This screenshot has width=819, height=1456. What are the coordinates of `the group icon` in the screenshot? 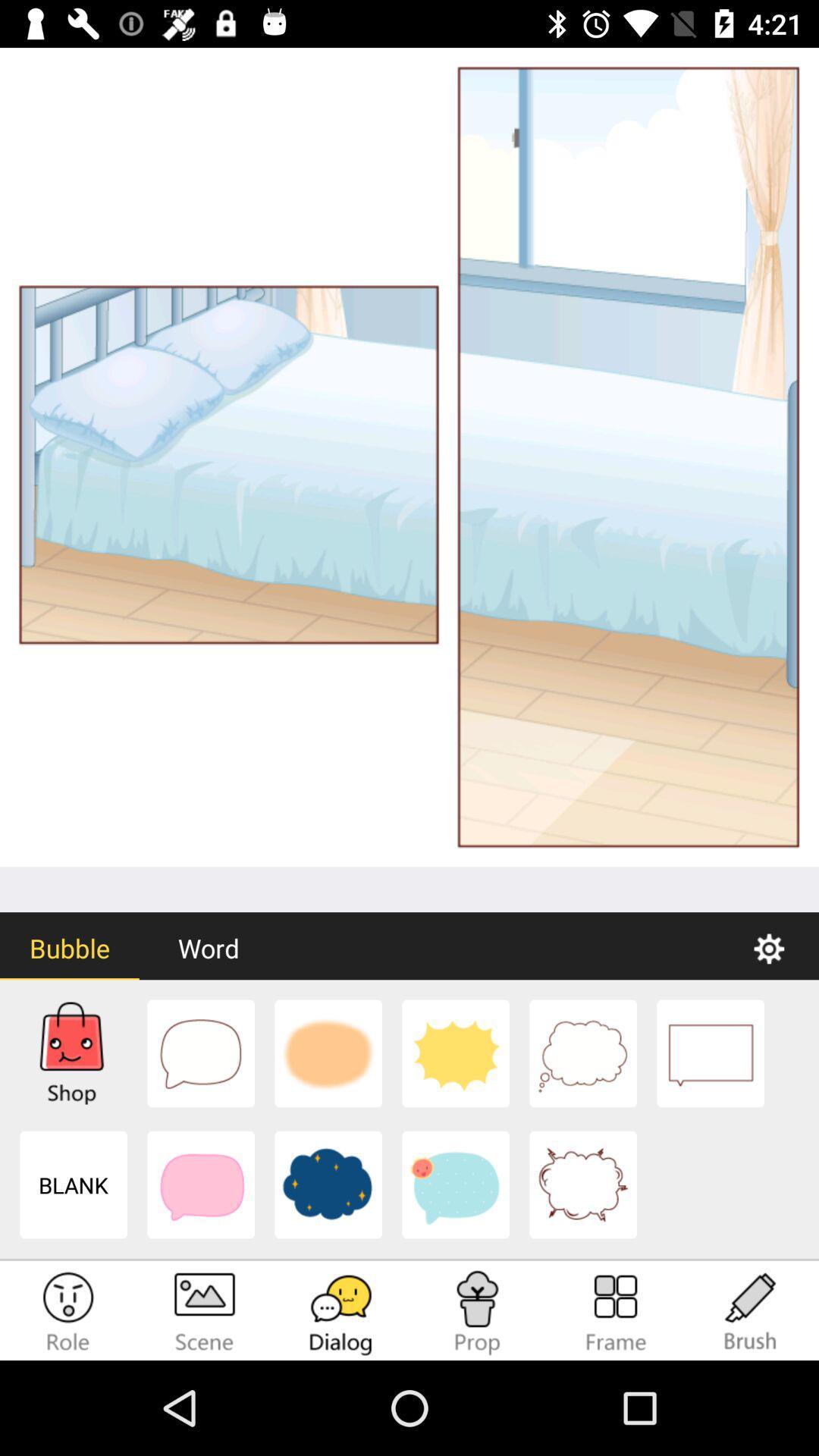 It's located at (614, 1312).